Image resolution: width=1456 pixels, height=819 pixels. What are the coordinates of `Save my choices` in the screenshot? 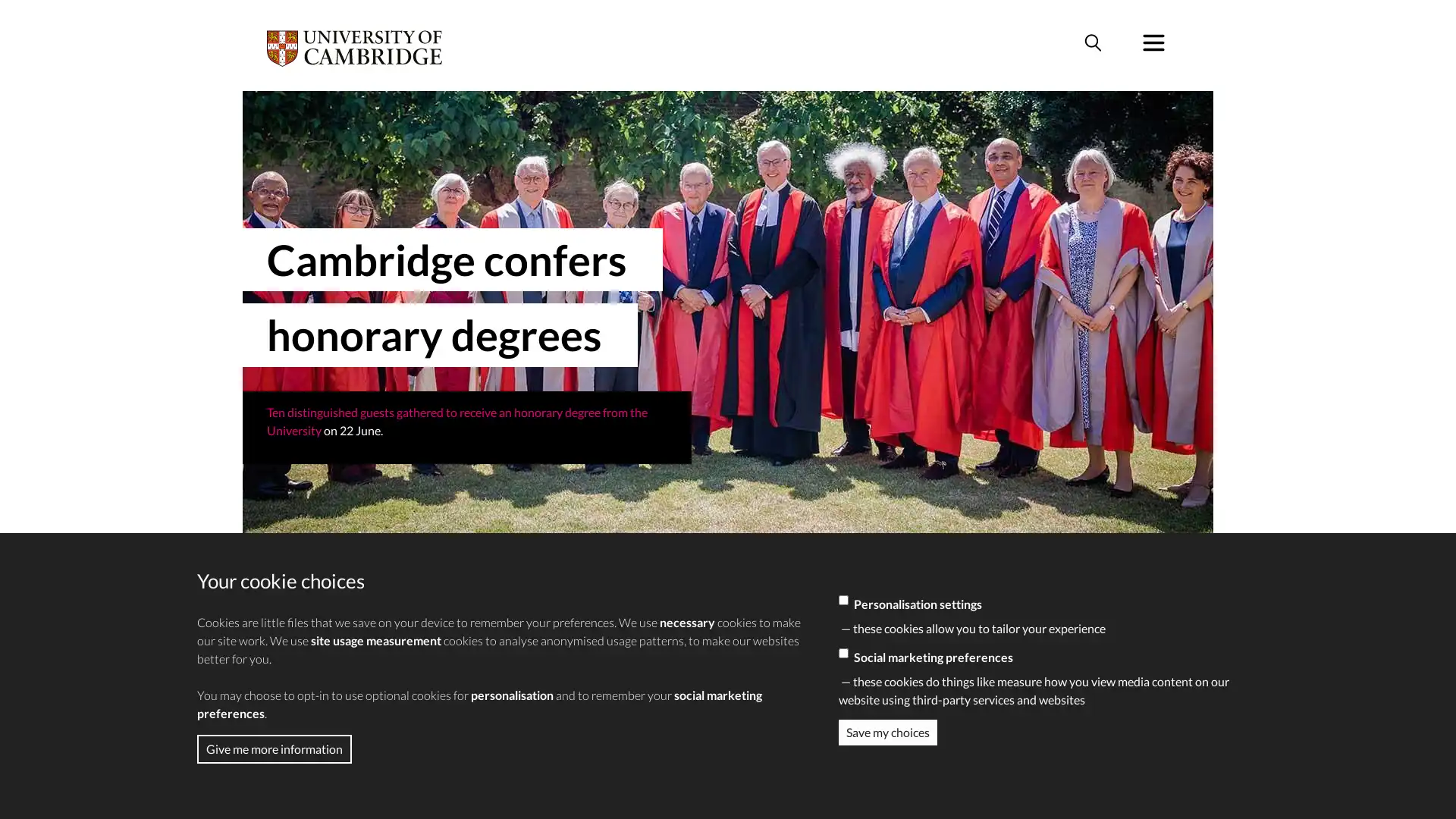 It's located at (887, 731).